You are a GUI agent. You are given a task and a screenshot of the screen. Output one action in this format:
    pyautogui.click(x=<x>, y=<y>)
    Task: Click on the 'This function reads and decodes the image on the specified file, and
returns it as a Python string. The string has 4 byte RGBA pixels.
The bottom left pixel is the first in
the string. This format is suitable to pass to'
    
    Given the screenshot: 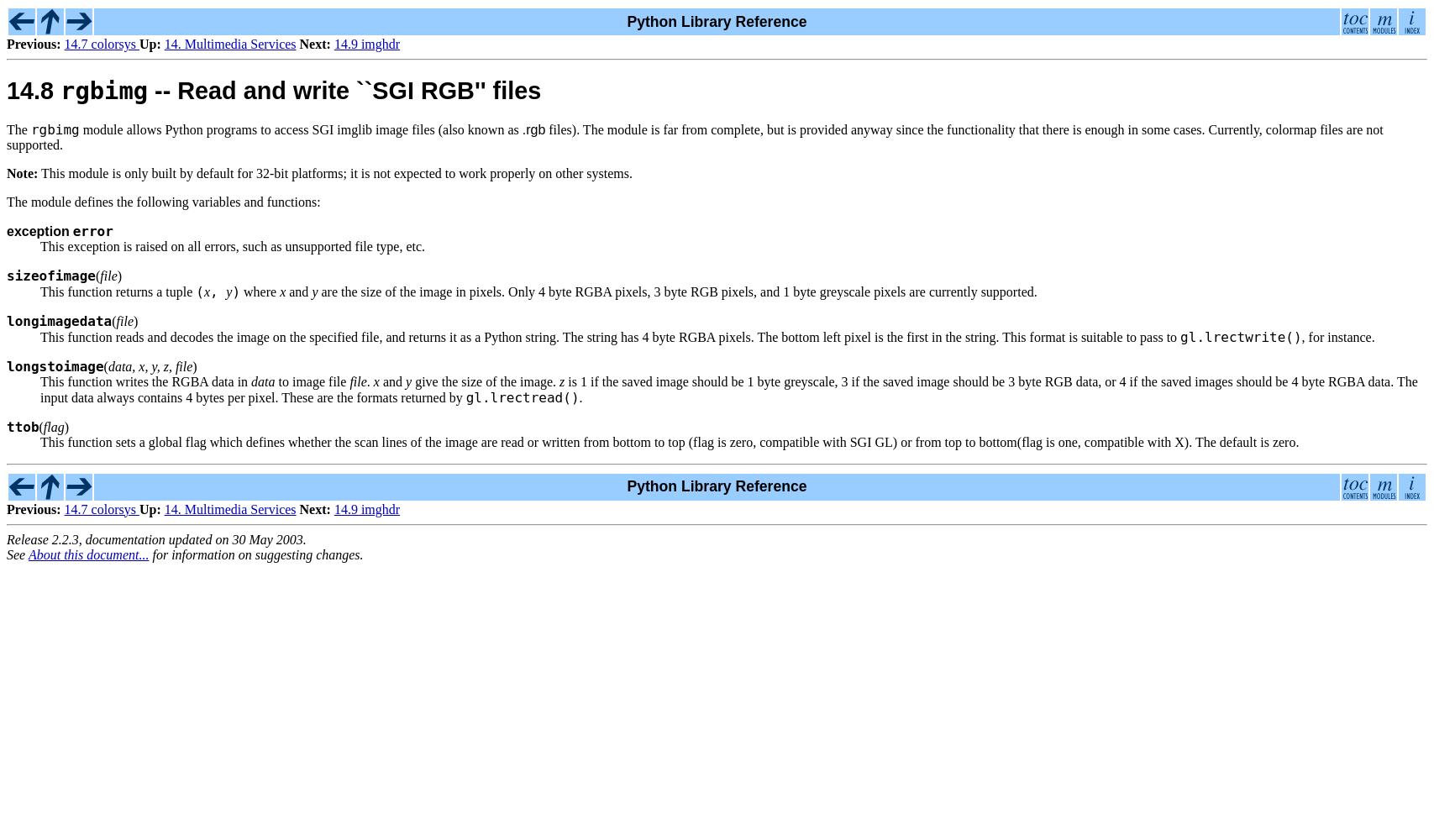 What is the action you would take?
    pyautogui.click(x=610, y=336)
    